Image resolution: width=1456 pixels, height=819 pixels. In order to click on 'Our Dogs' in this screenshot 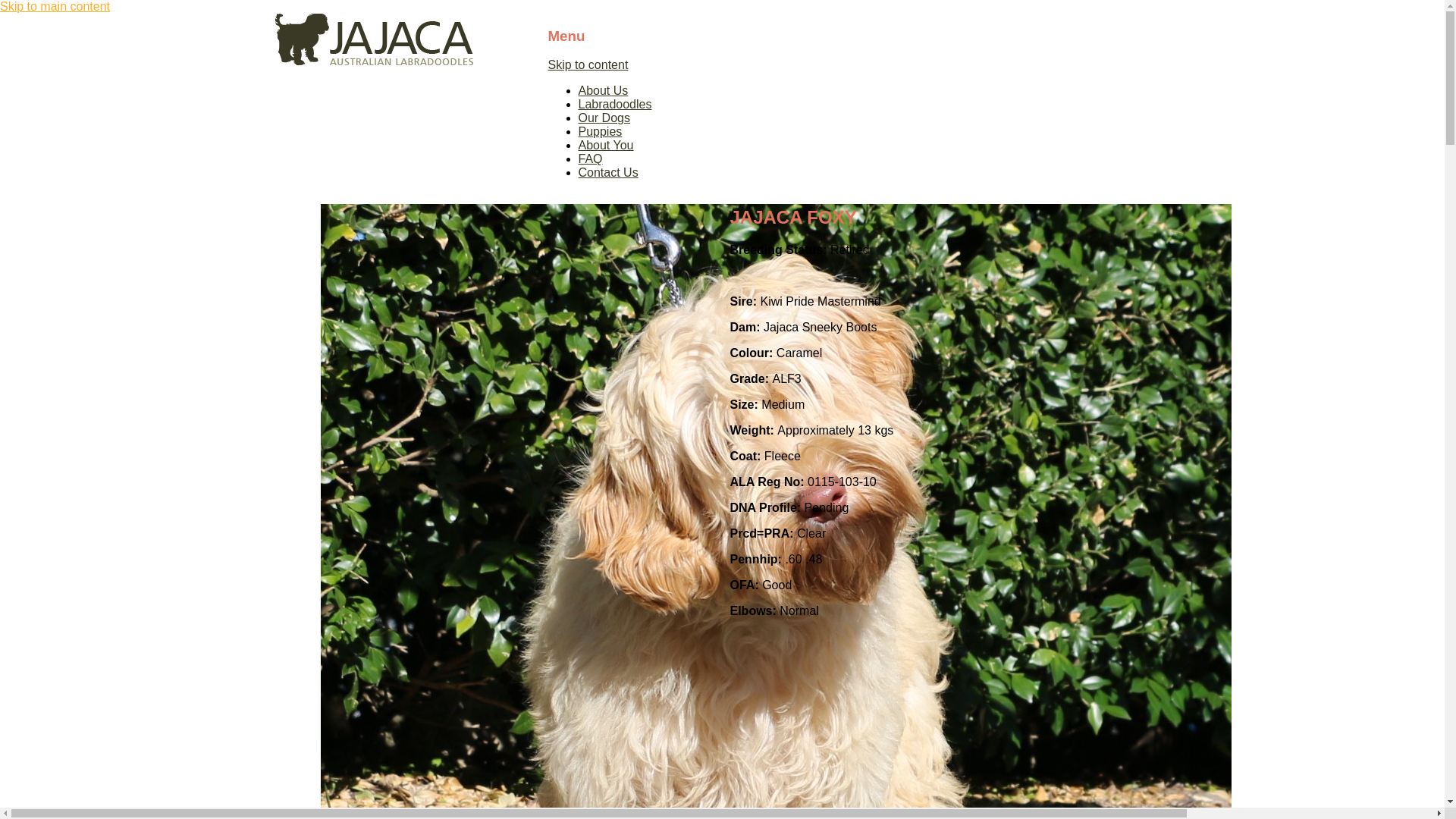, I will do `click(603, 117)`.